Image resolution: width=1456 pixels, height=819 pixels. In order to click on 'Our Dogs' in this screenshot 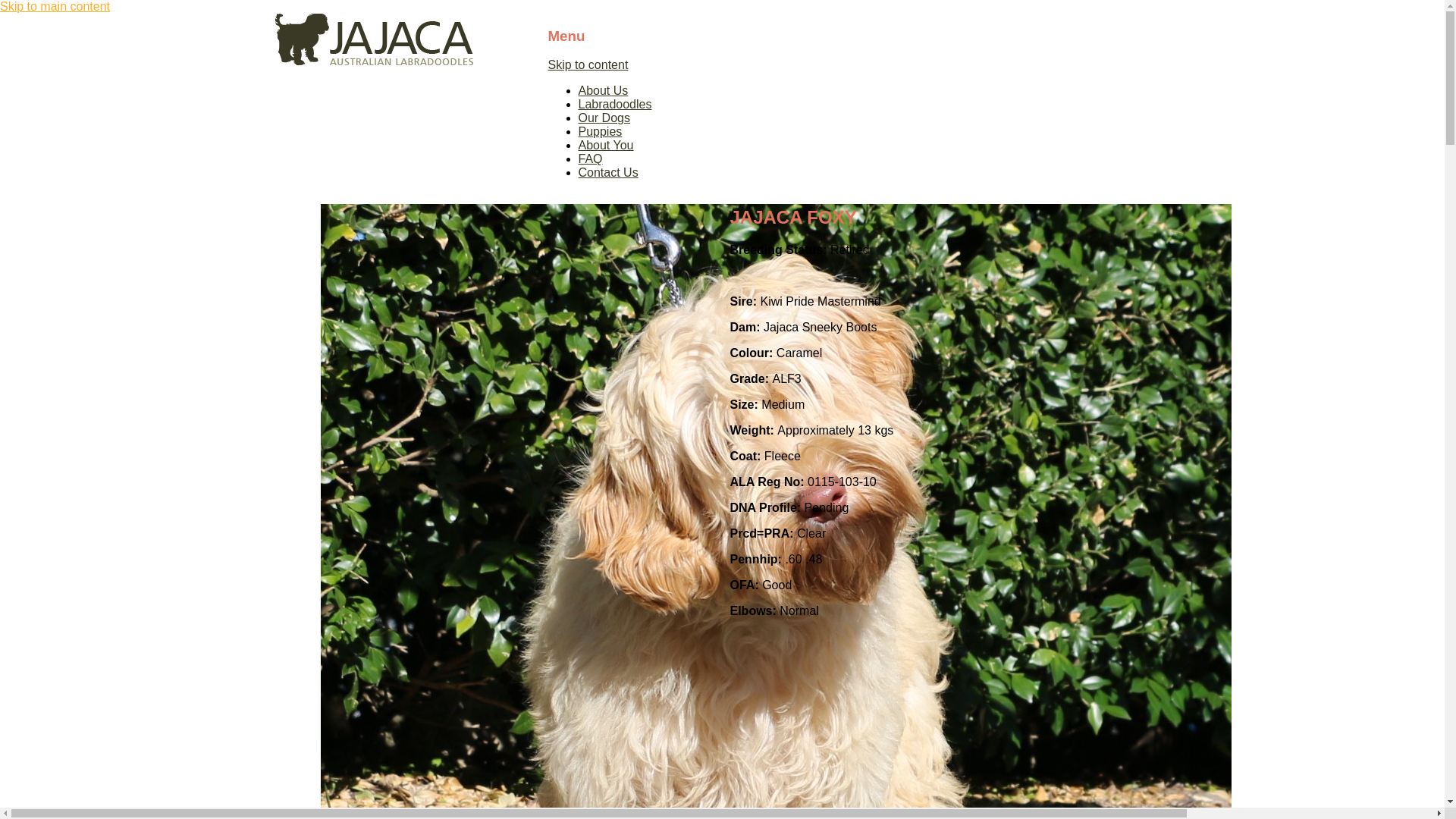, I will do `click(603, 117)`.